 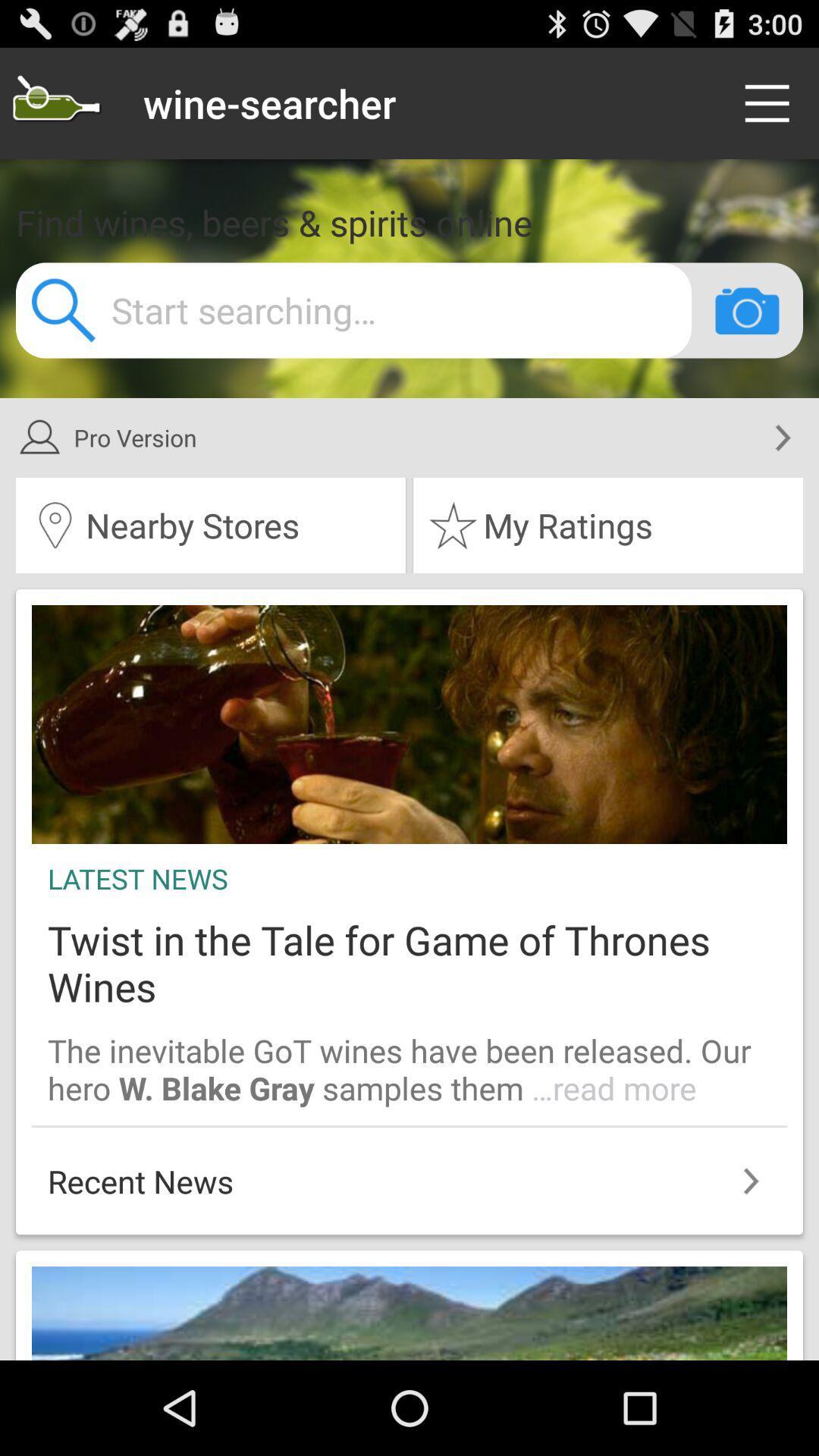 What do you see at coordinates (210, 525) in the screenshot?
I see `nearby stores` at bounding box center [210, 525].